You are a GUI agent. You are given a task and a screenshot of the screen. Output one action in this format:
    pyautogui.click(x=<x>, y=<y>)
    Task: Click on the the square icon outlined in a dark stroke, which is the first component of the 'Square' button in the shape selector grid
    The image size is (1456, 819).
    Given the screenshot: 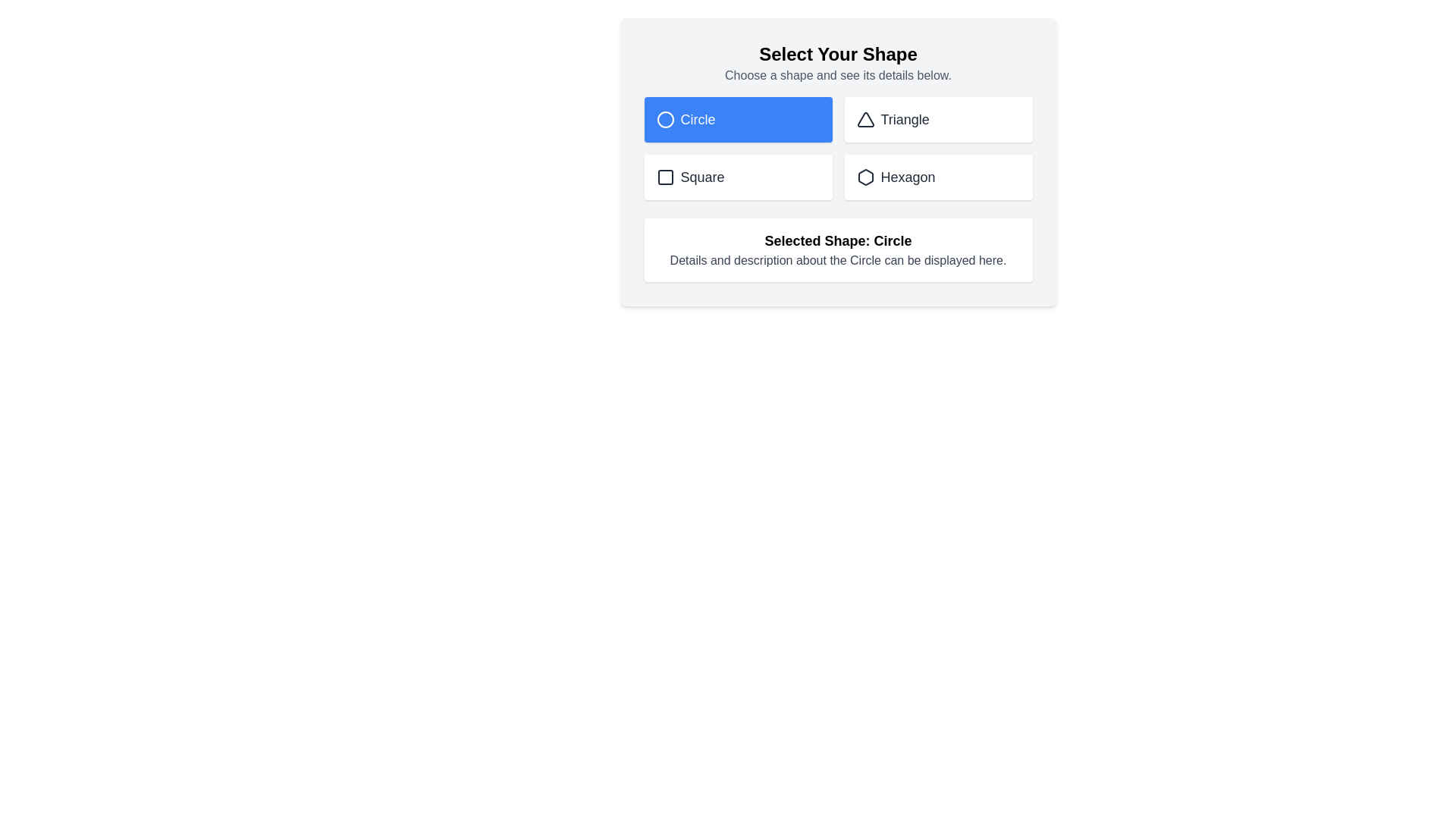 What is the action you would take?
    pyautogui.click(x=665, y=177)
    